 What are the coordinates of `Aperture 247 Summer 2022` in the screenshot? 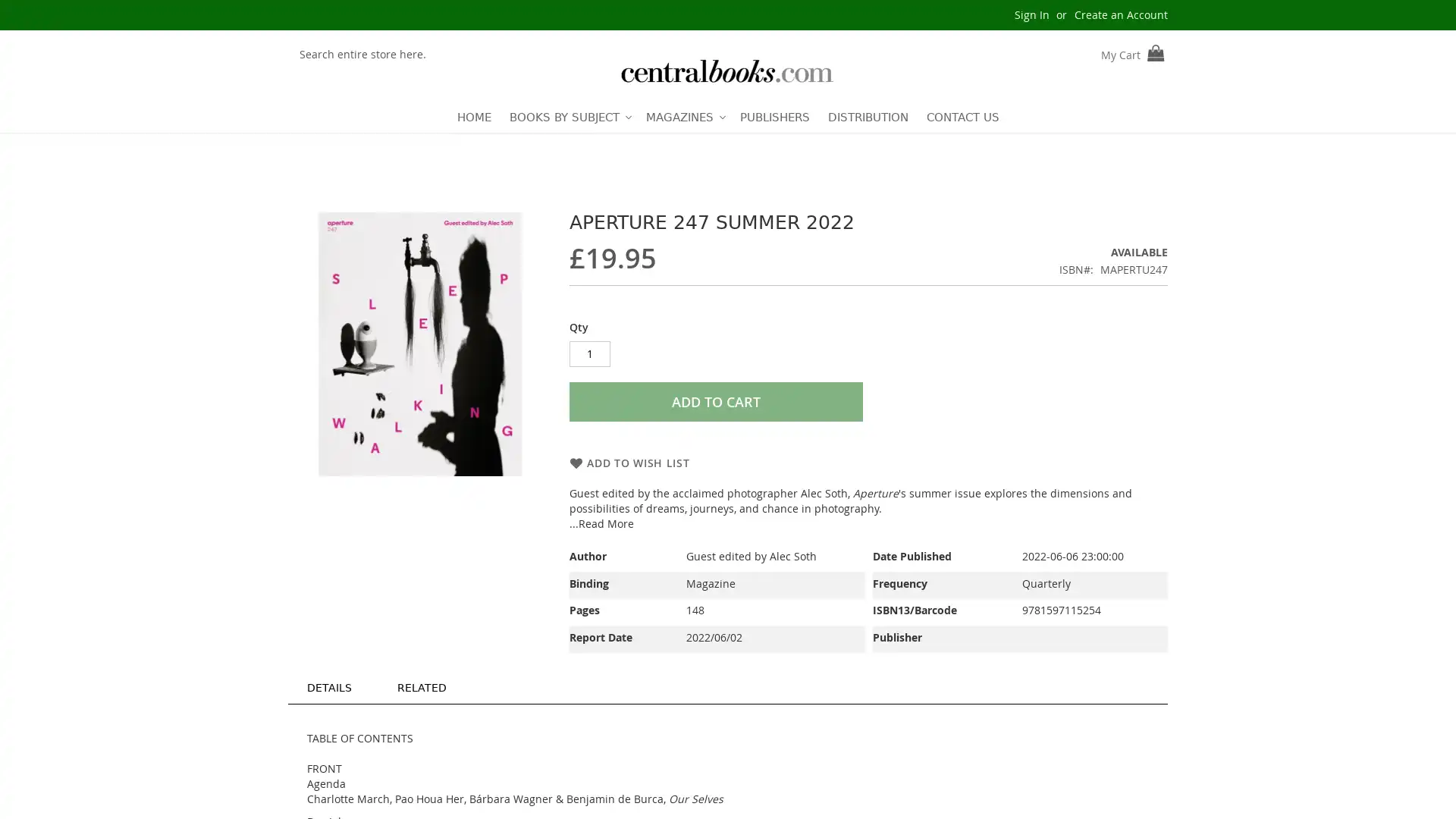 It's located at (390, 519).